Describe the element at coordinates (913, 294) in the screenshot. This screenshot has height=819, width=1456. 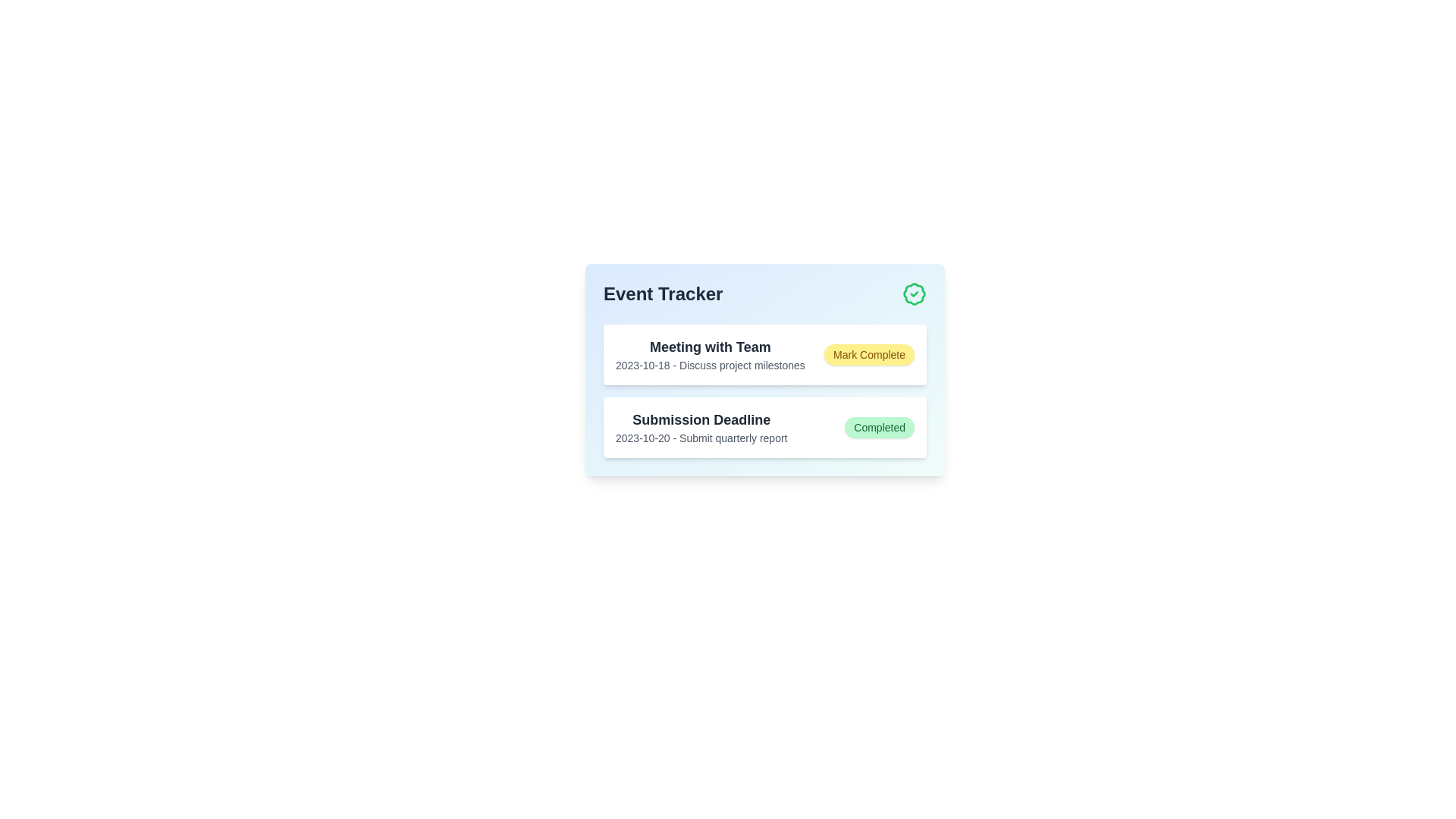
I see `the SVG graphical element with a circular design and green check mark, located in the top-right corner of the 'Event Tracker' card` at that location.